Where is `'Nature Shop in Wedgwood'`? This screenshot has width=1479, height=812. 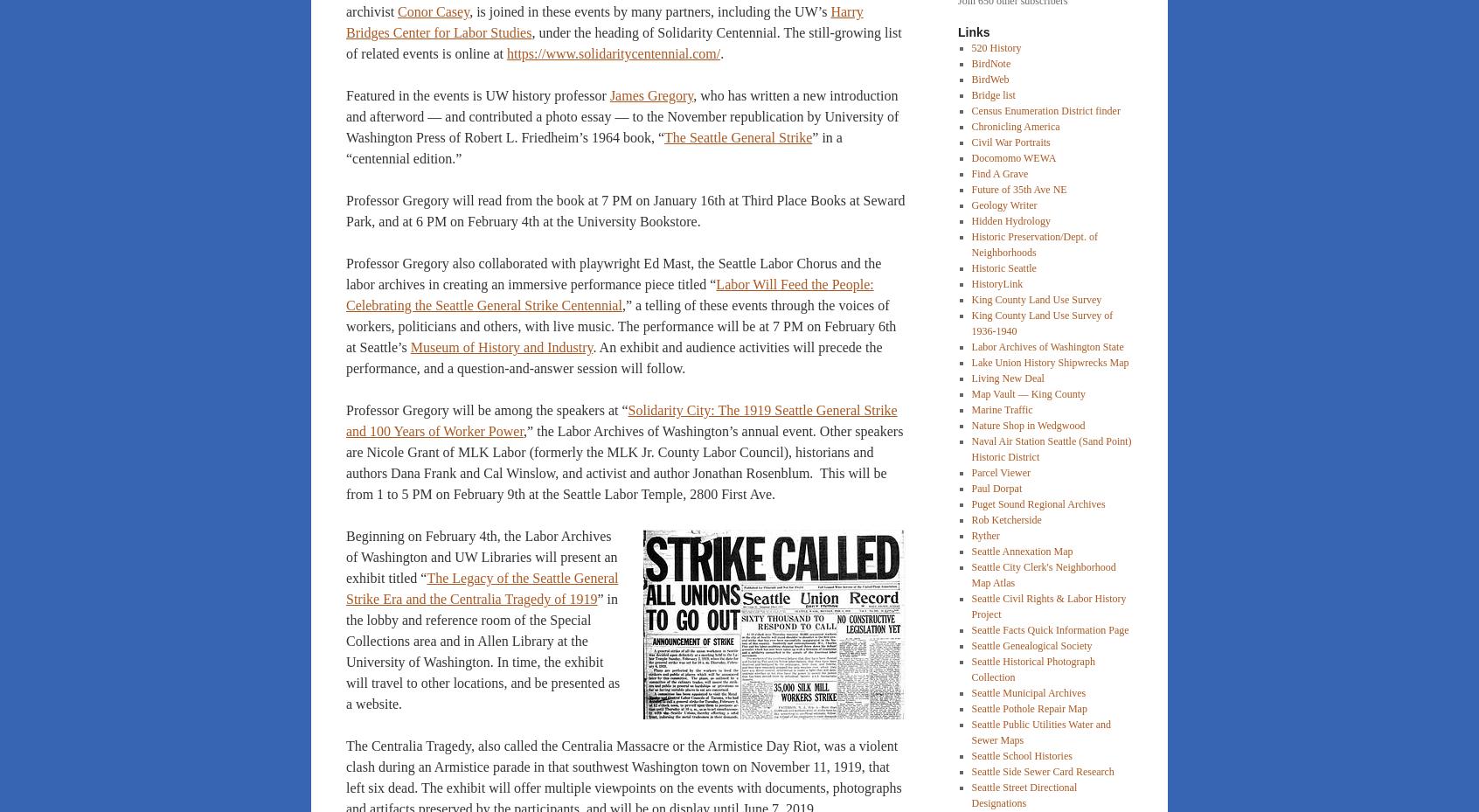
'Nature Shop in Wedgwood' is located at coordinates (1026, 425).